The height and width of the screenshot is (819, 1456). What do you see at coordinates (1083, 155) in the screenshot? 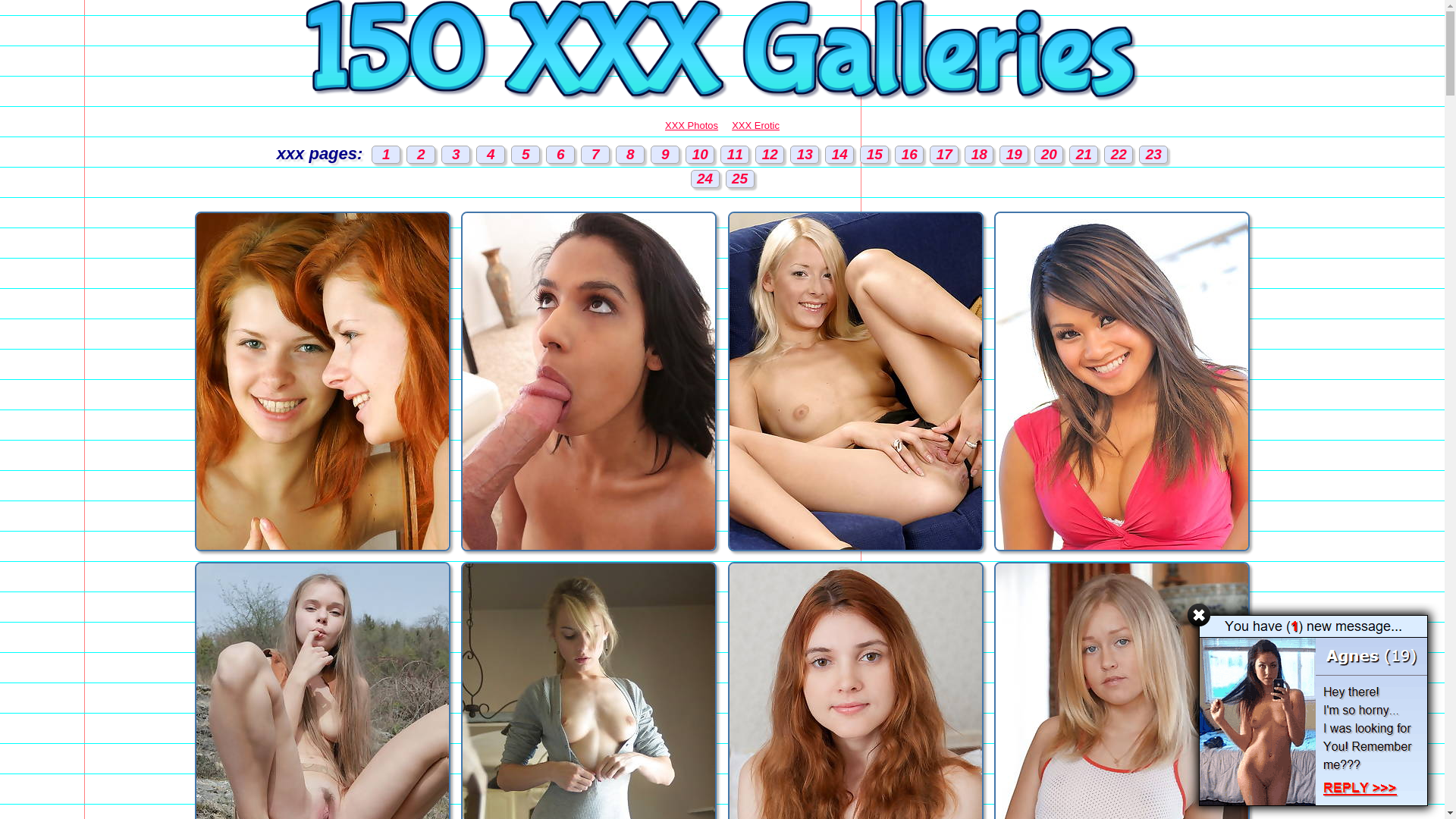
I see `'21'` at bounding box center [1083, 155].